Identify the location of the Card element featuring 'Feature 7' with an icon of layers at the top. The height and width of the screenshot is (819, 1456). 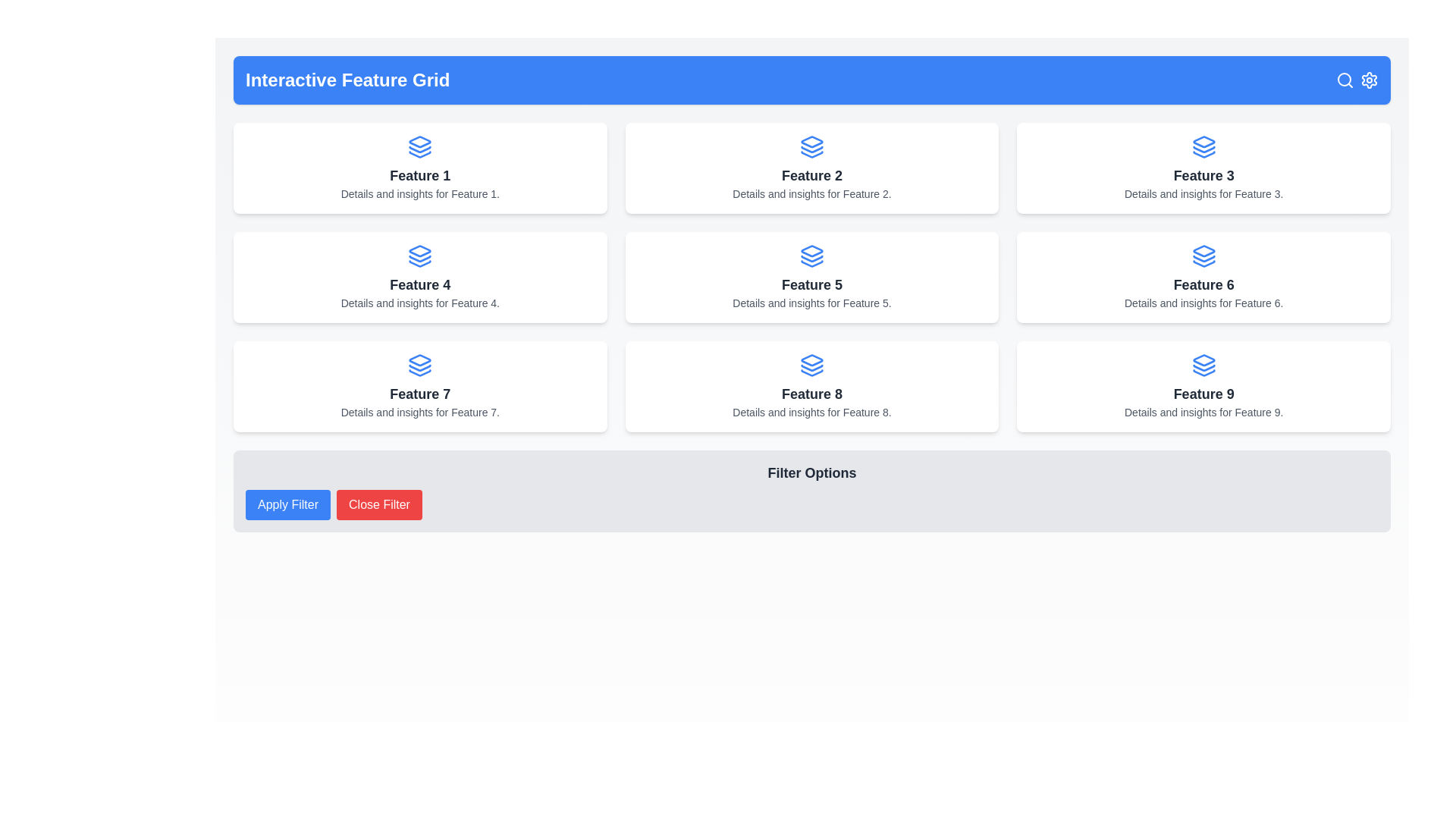
(420, 385).